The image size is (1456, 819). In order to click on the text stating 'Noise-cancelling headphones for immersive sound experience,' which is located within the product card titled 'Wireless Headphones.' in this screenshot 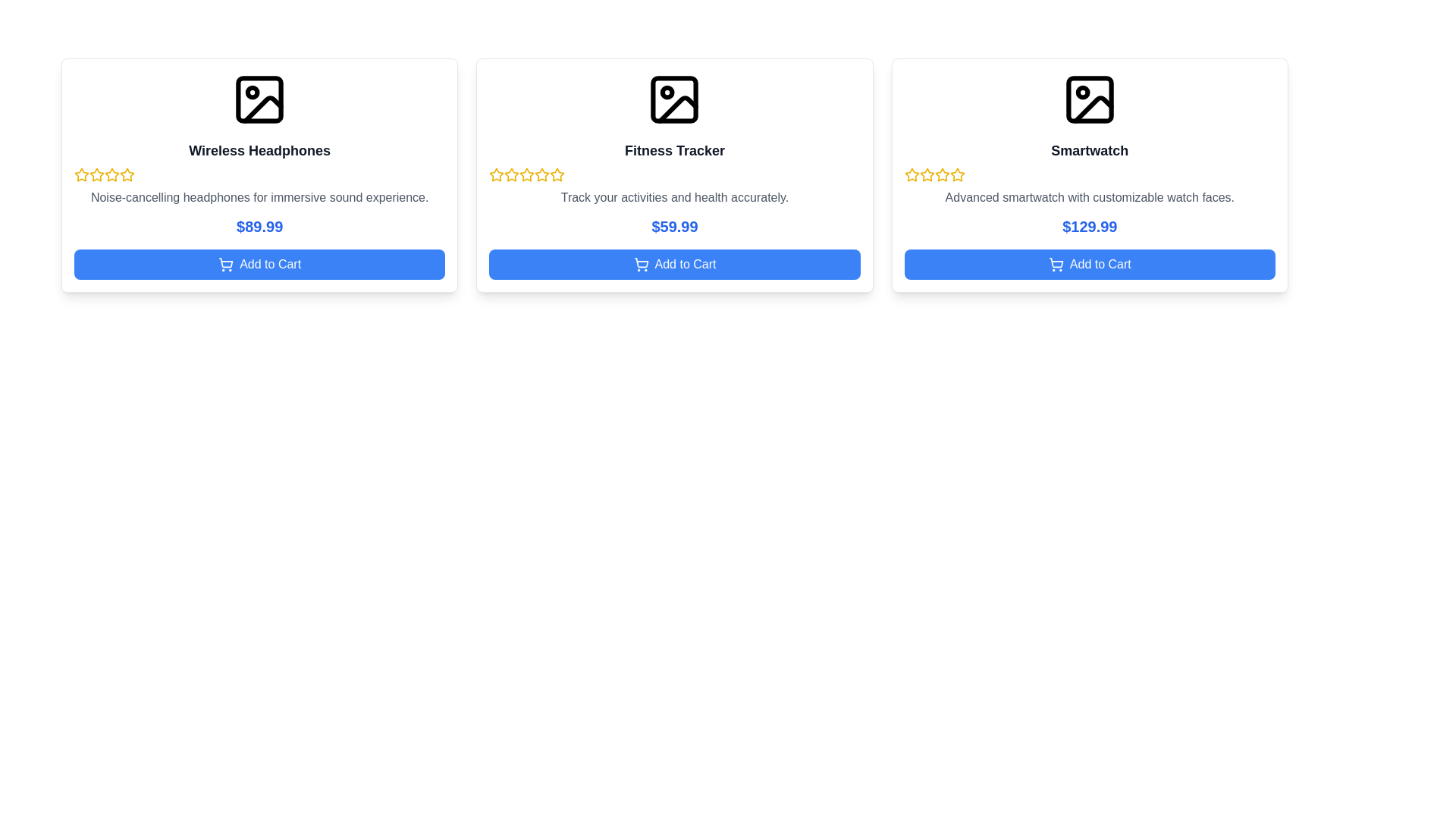, I will do `click(259, 197)`.